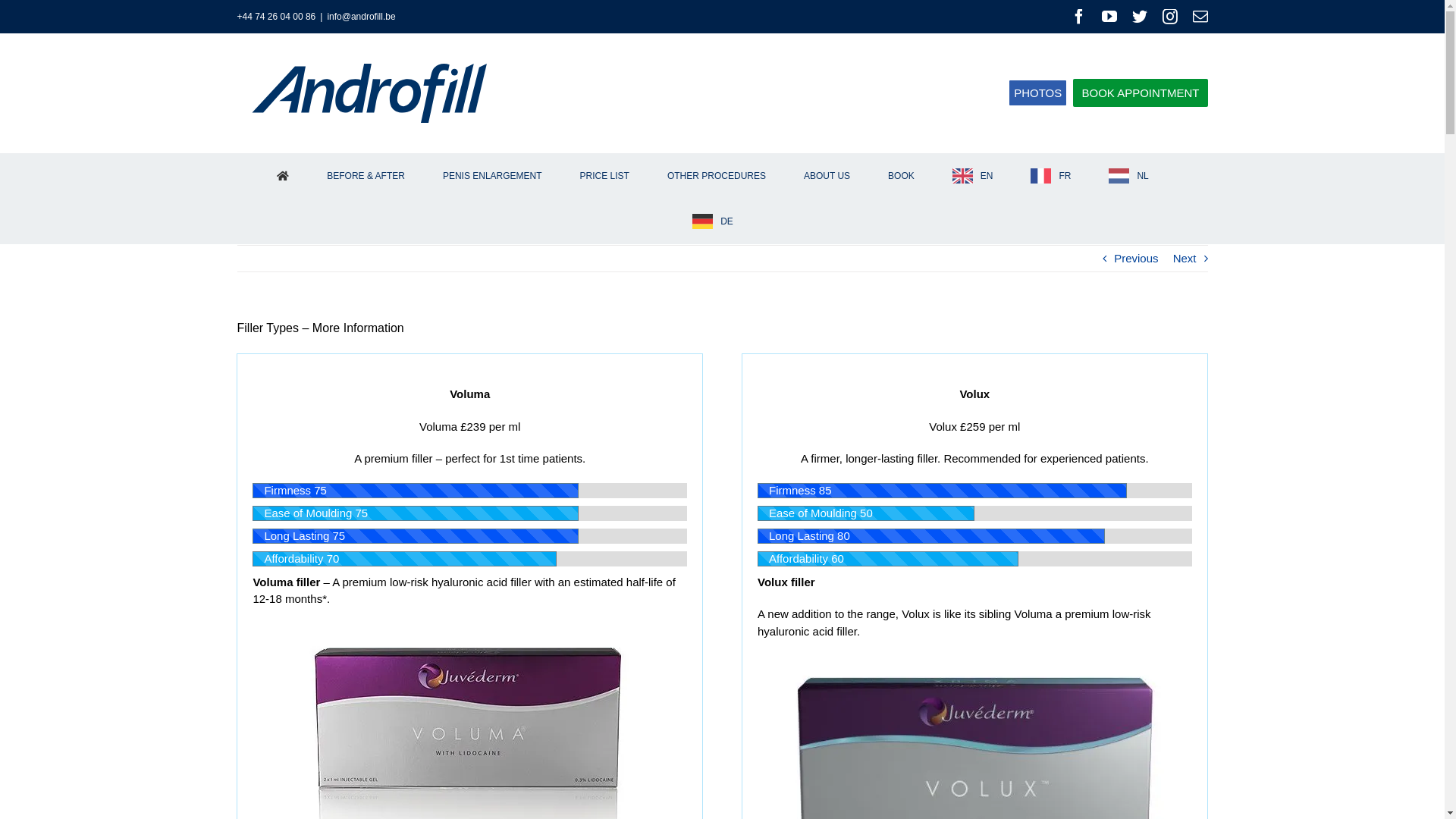 This screenshot has width=1456, height=819. Describe the element at coordinates (715, 174) in the screenshot. I see `'OTHER PROCEDURES'` at that location.